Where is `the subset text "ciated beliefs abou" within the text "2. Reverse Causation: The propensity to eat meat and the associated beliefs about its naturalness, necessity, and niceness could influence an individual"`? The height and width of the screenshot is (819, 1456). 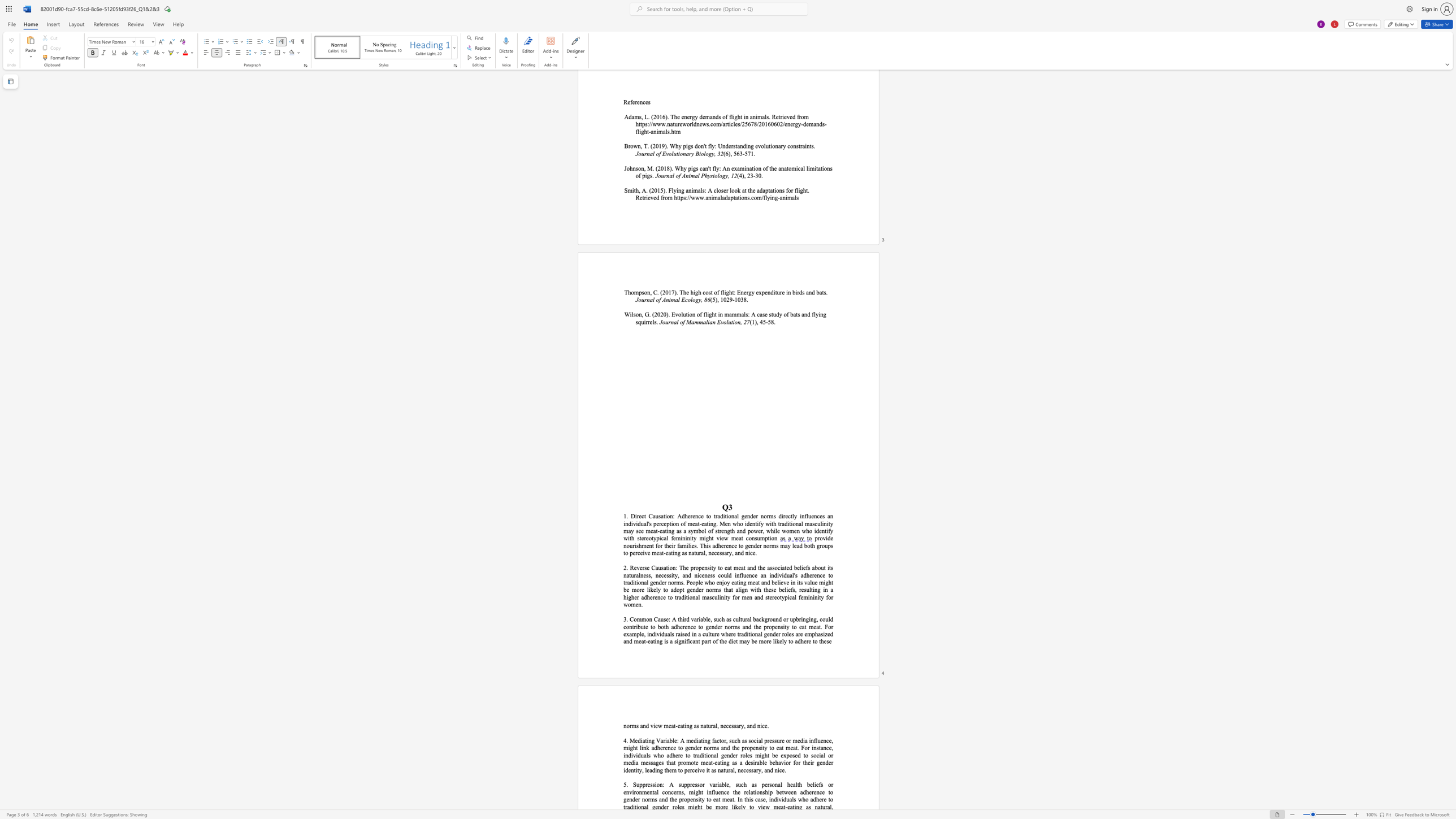
the subset text "ciated beliefs abou" within the text "2. Reverse Causation: The propensity to eat meat and the associated beliefs about its naturalness, necessity, and niceness could influence an individual" is located at coordinates (777, 567).